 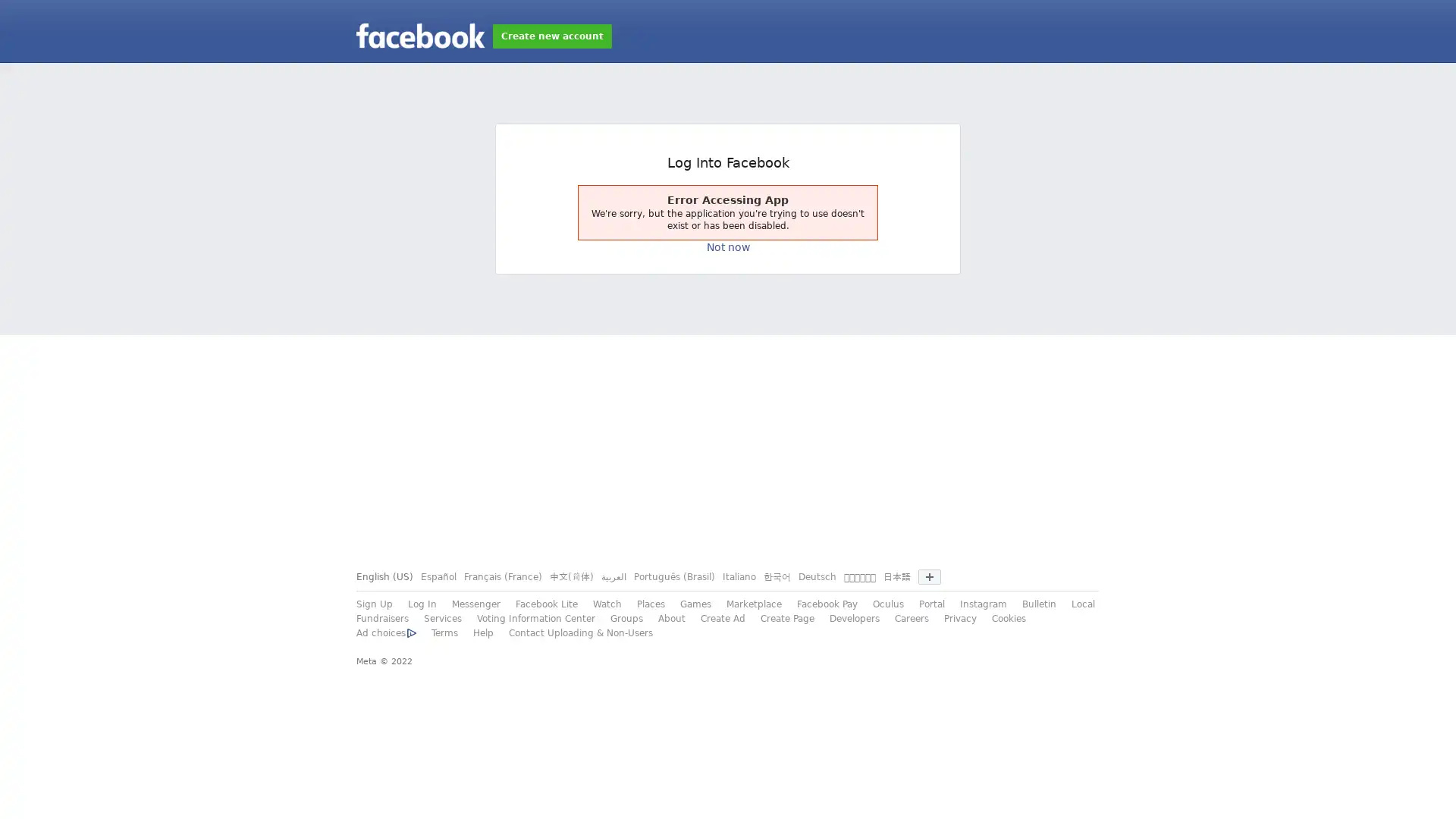 What do you see at coordinates (551, 35) in the screenshot?
I see `Create new account` at bounding box center [551, 35].